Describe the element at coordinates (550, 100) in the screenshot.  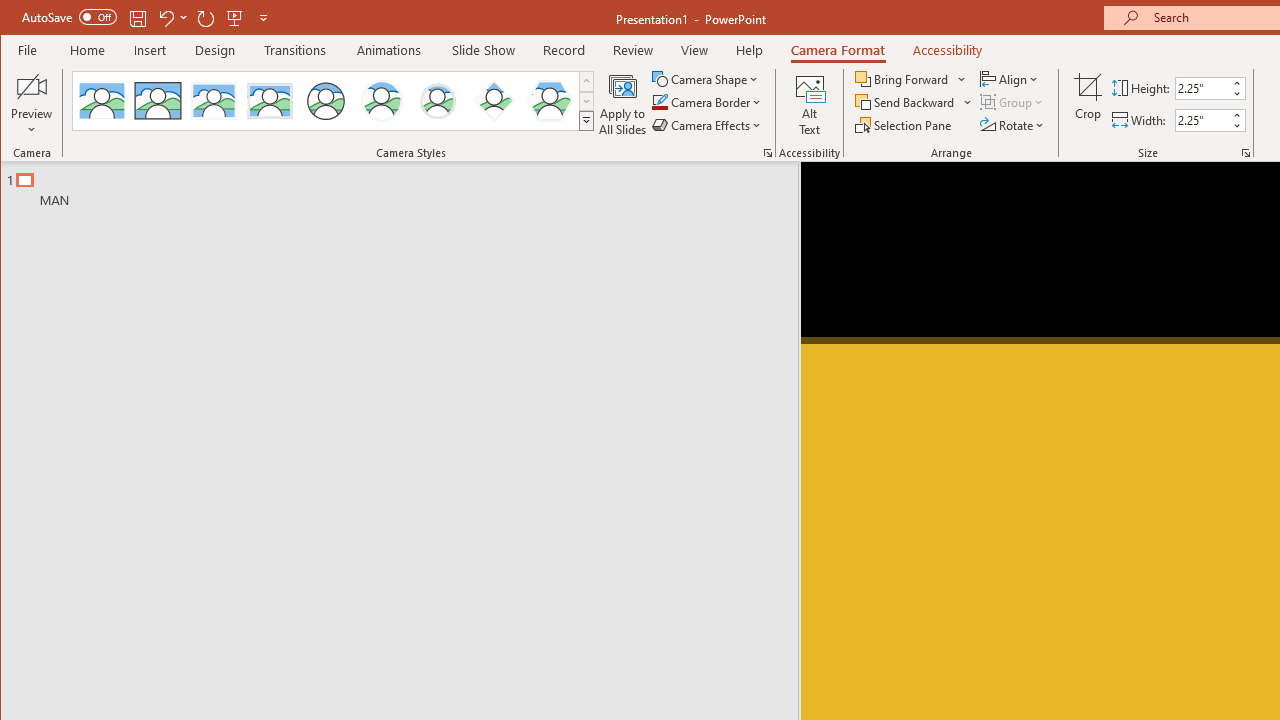
I see `'Center Shadow Hexagon'` at that location.